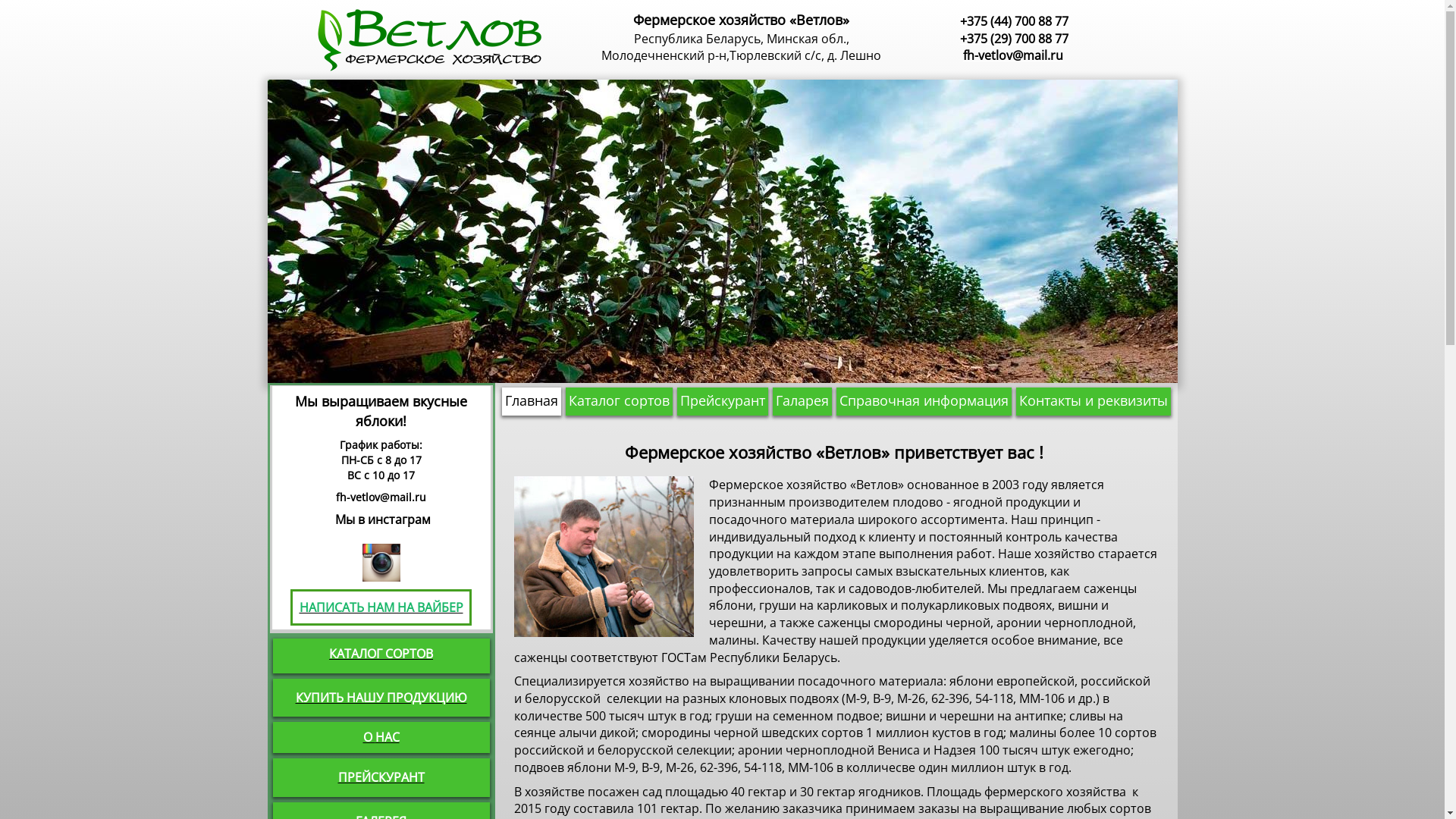 The height and width of the screenshot is (819, 1456). Describe the element at coordinates (1012, 55) in the screenshot. I see `'fh-vetlov@mail.ru'` at that location.